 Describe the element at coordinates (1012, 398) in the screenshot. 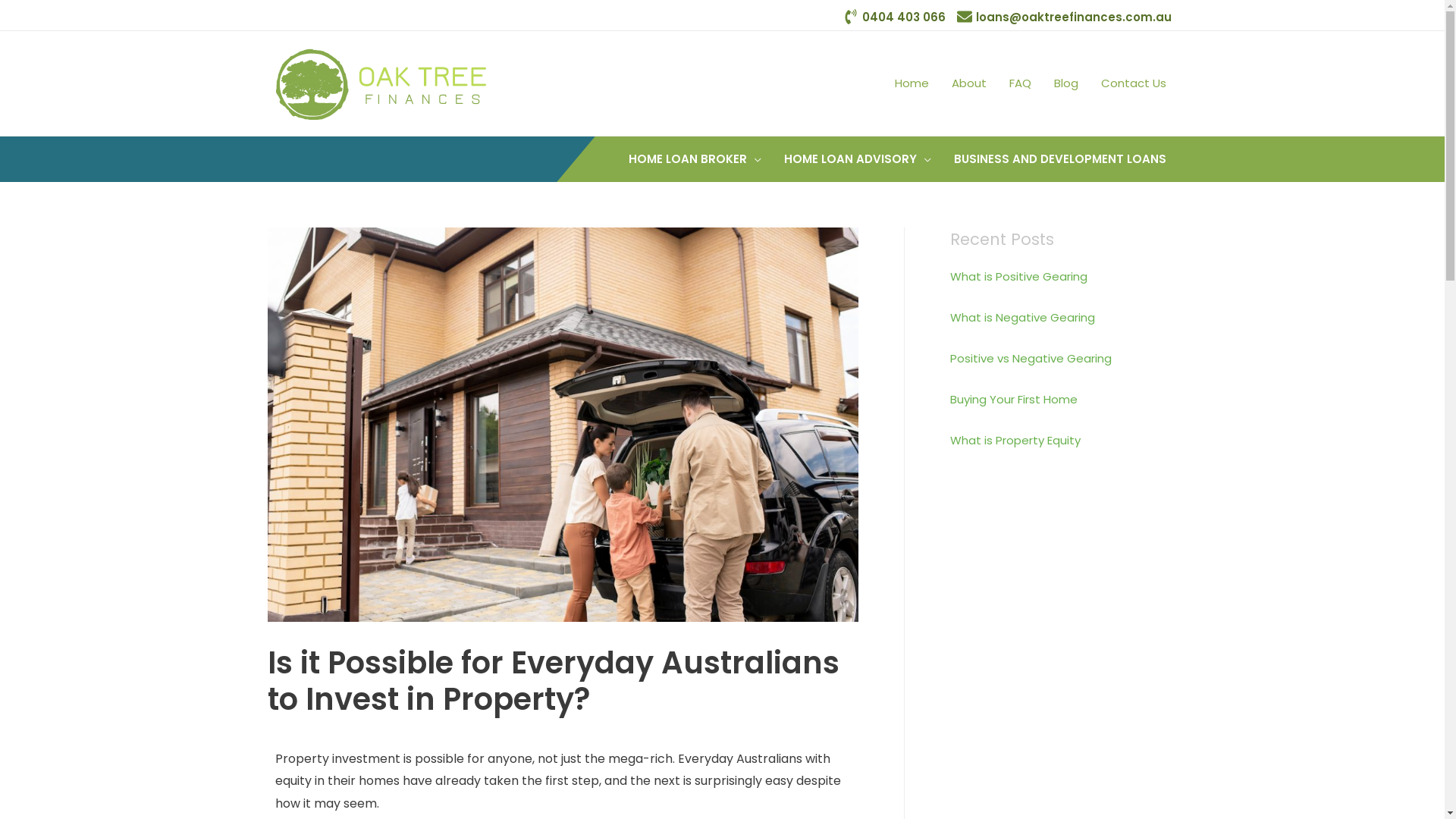

I see `'Buying Your First Home'` at that location.